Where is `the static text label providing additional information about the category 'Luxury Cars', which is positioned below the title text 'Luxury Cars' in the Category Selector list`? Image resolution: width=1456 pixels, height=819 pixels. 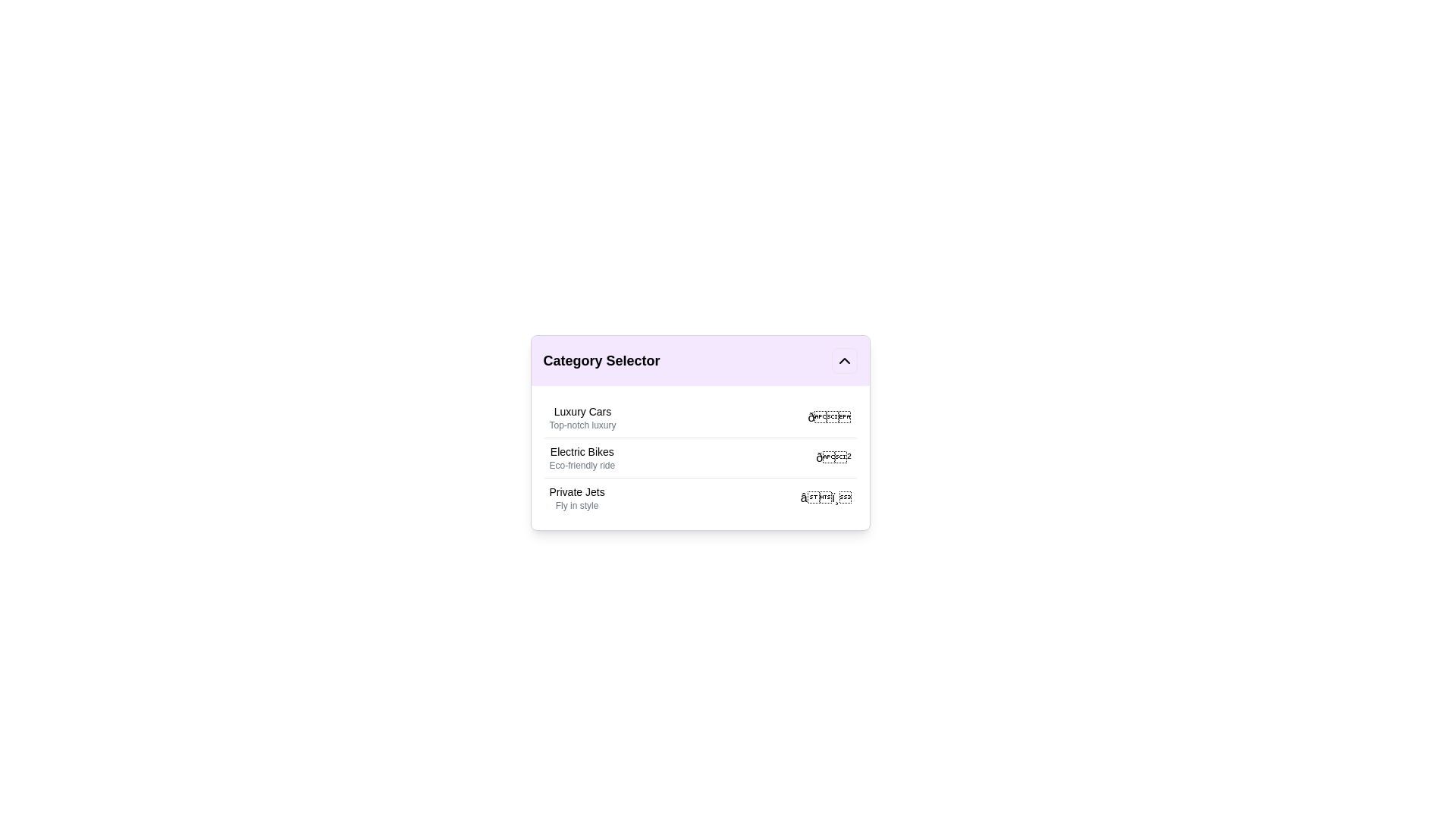
the static text label providing additional information about the category 'Luxury Cars', which is positioned below the title text 'Luxury Cars' in the Category Selector list is located at coordinates (582, 425).